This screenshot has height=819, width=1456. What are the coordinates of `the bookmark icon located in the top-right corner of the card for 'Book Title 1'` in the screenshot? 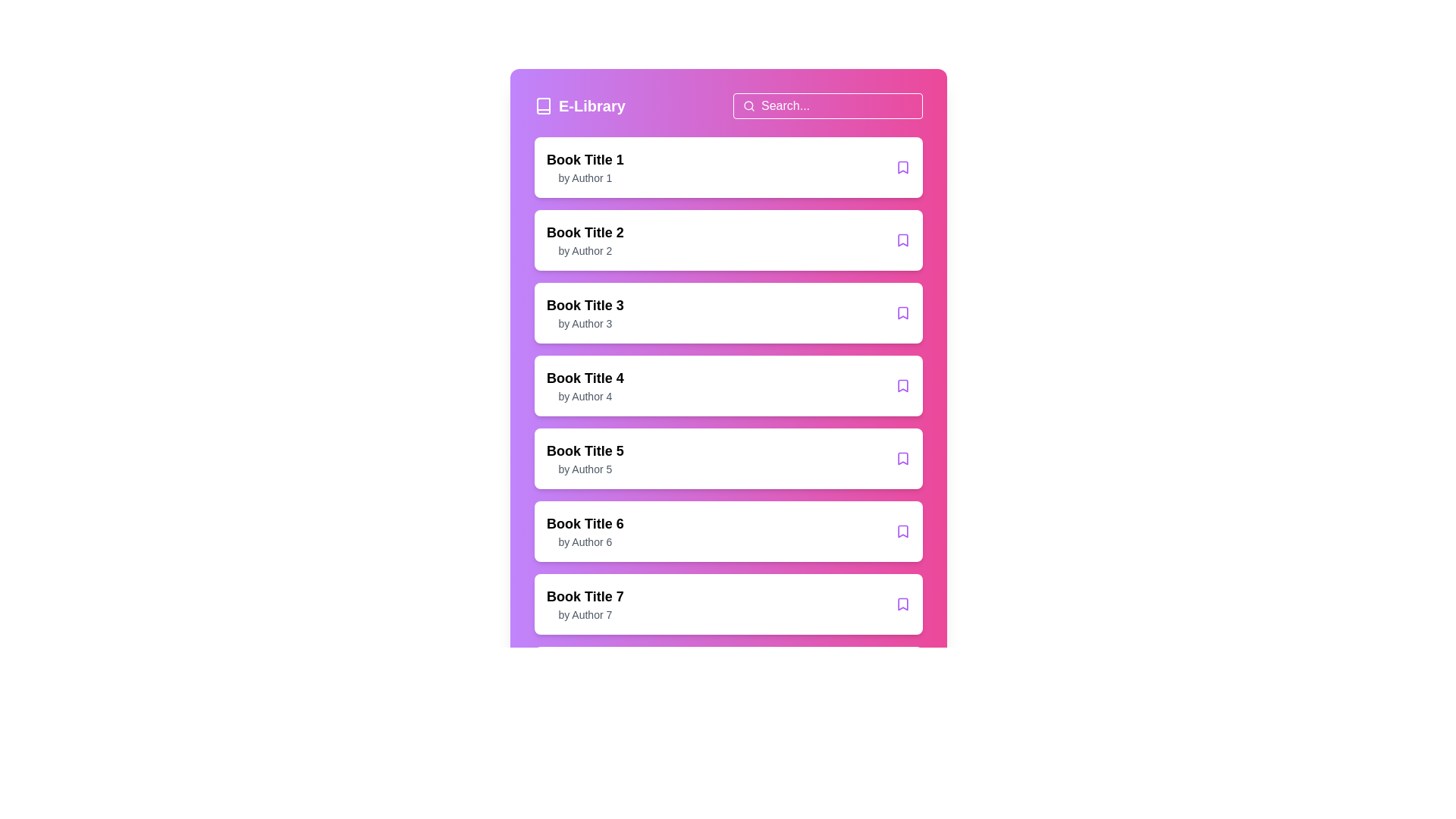 It's located at (902, 167).